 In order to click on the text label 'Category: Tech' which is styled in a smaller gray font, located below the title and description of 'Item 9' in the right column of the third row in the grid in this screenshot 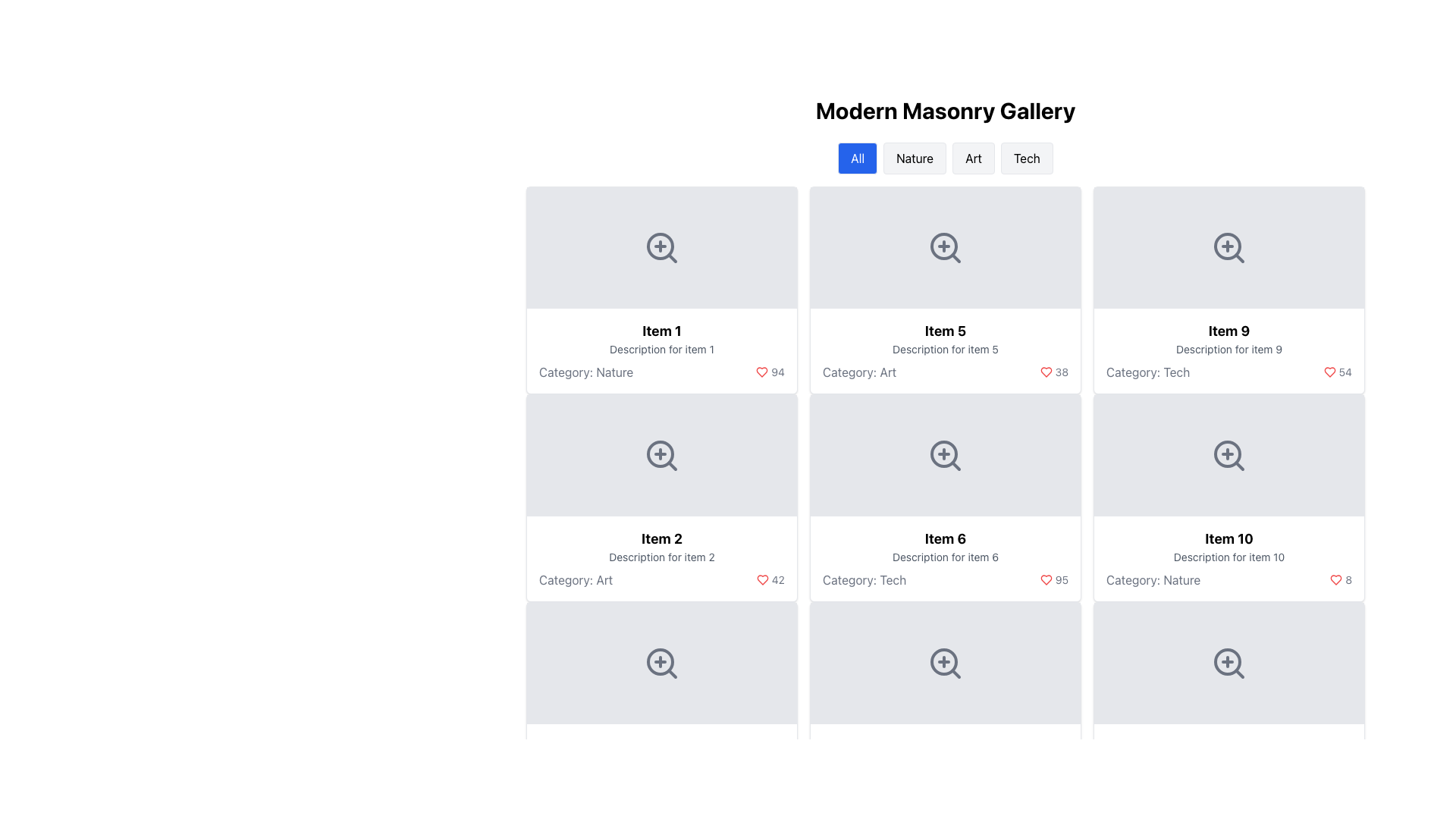, I will do `click(1148, 372)`.